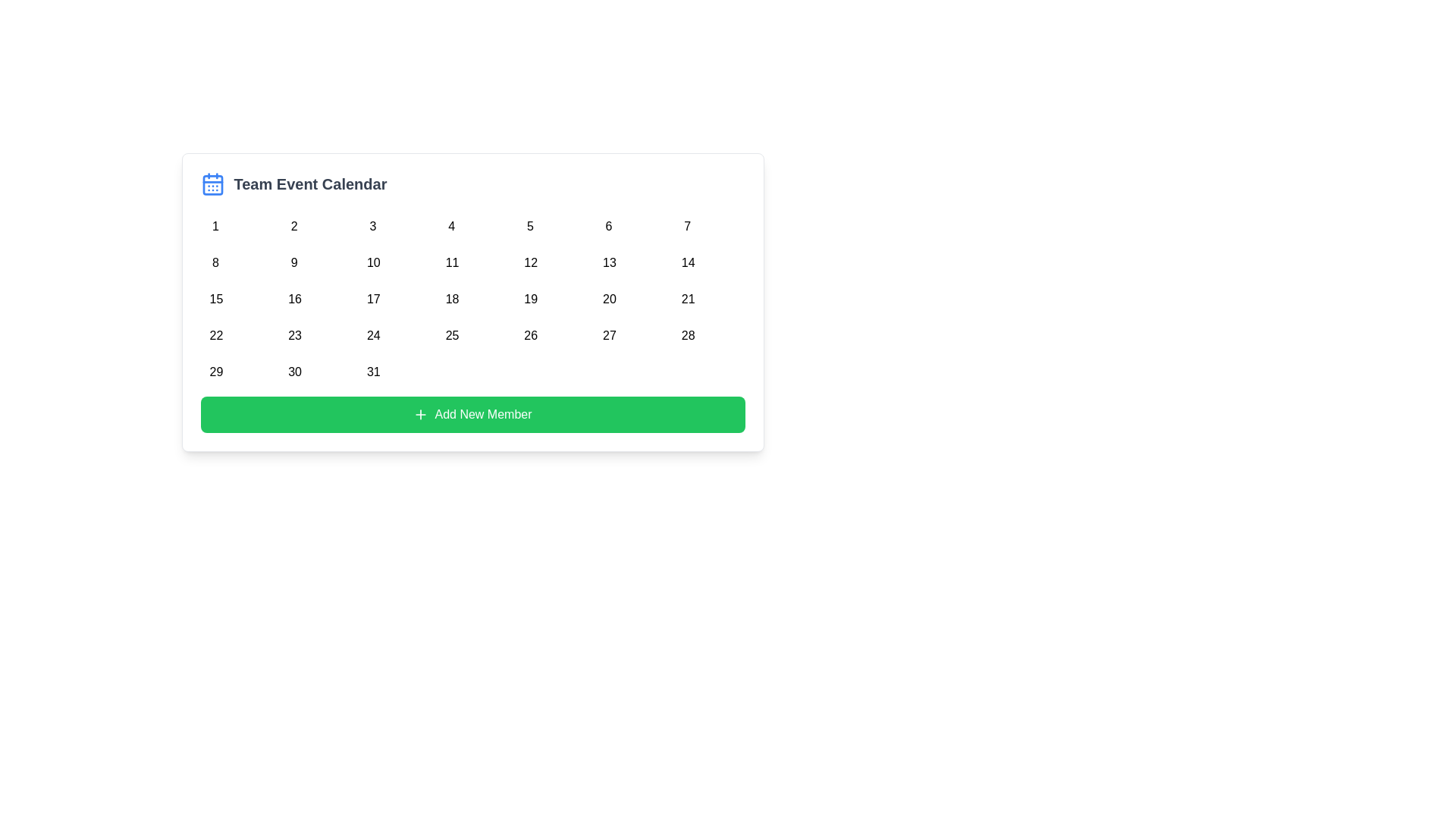 This screenshot has height=819, width=1456. Describe the element at coordinates (686, 259) in the screenshot. I see `the button representing the 14th day in the calendar interface` at that location.